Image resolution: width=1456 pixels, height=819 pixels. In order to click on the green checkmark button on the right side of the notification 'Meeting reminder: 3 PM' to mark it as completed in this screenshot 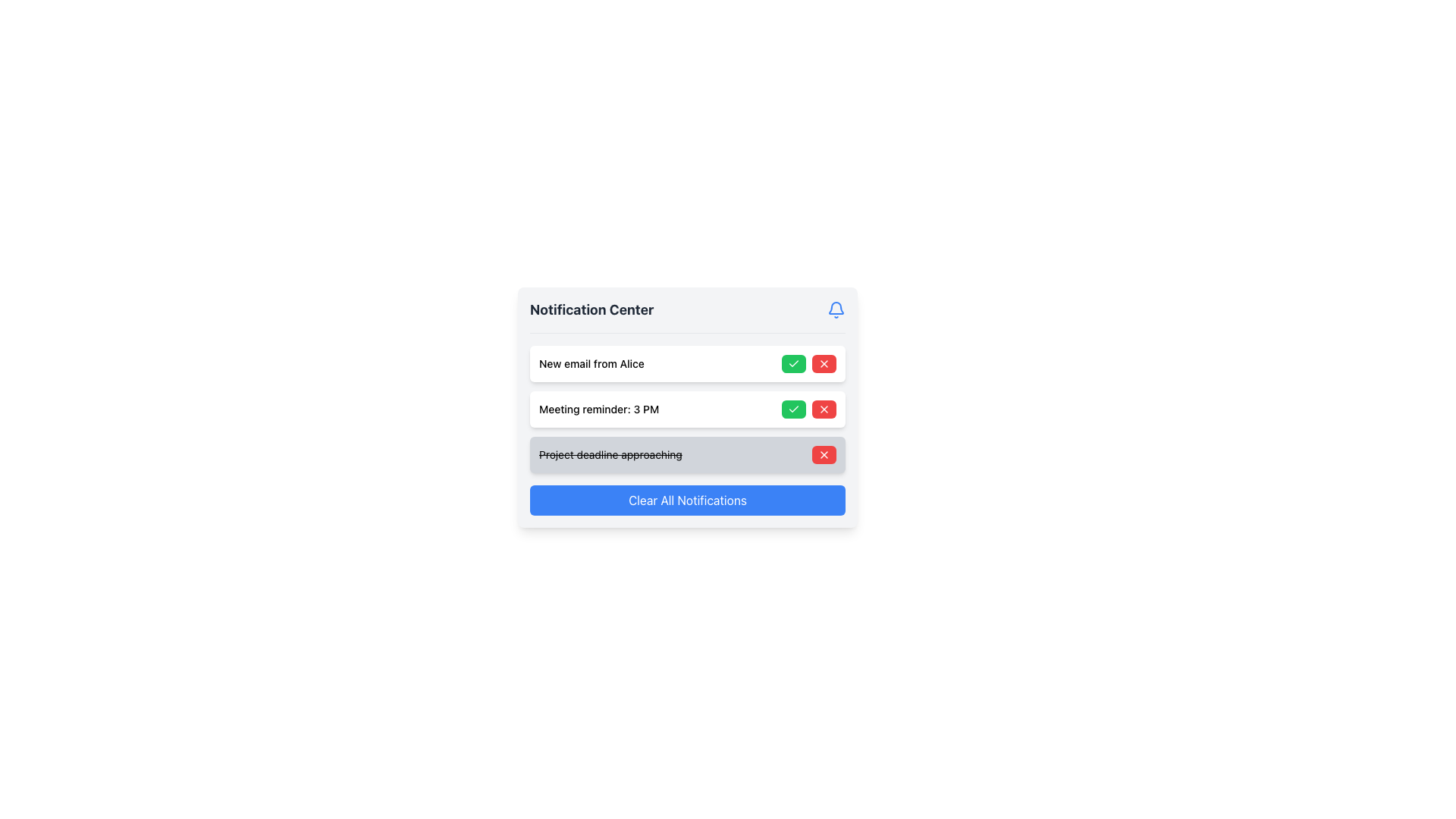, I will do `click(687, 409)`.